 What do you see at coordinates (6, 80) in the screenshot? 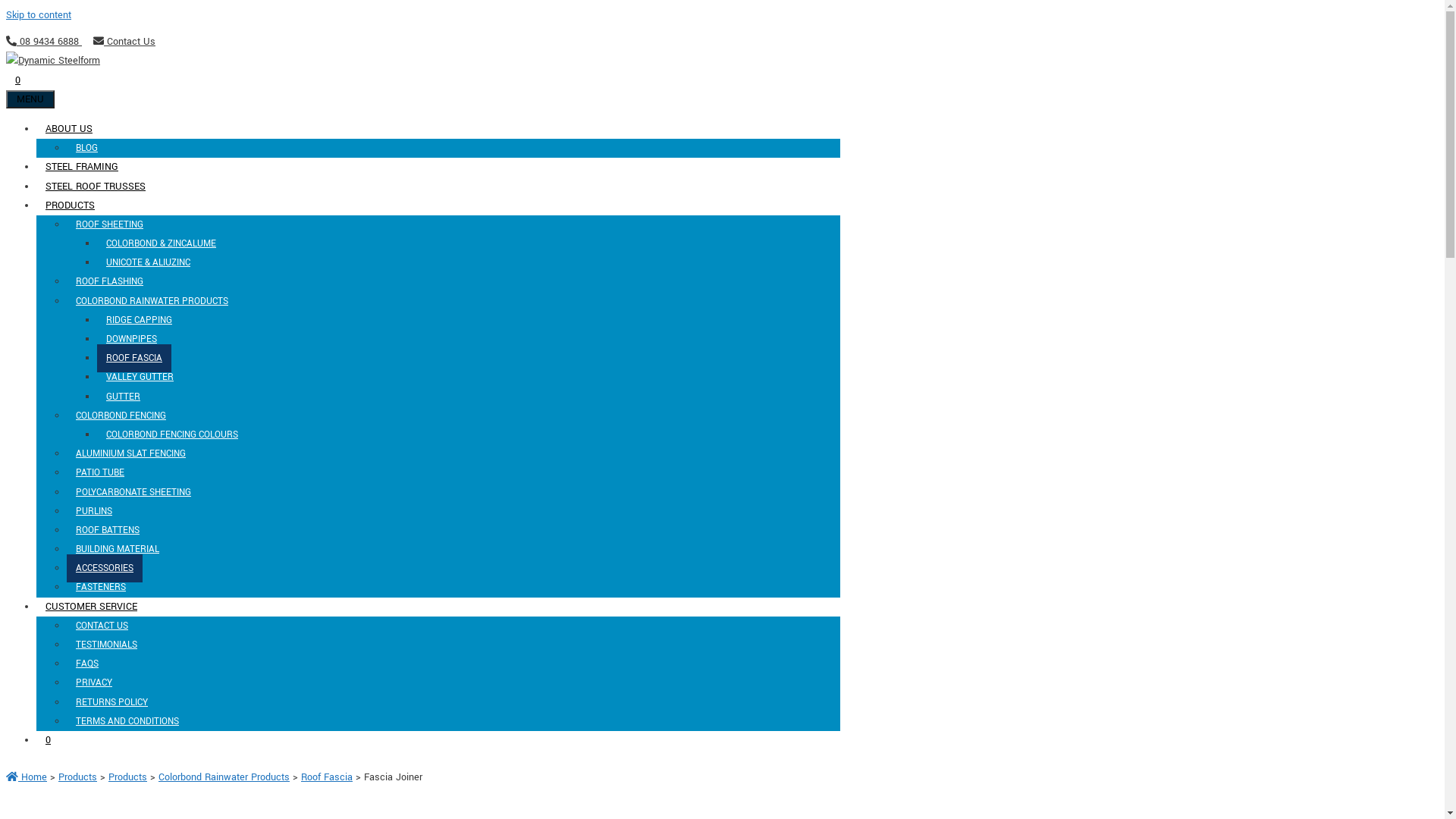
I see `'0'` at bounding box center [6, 80].